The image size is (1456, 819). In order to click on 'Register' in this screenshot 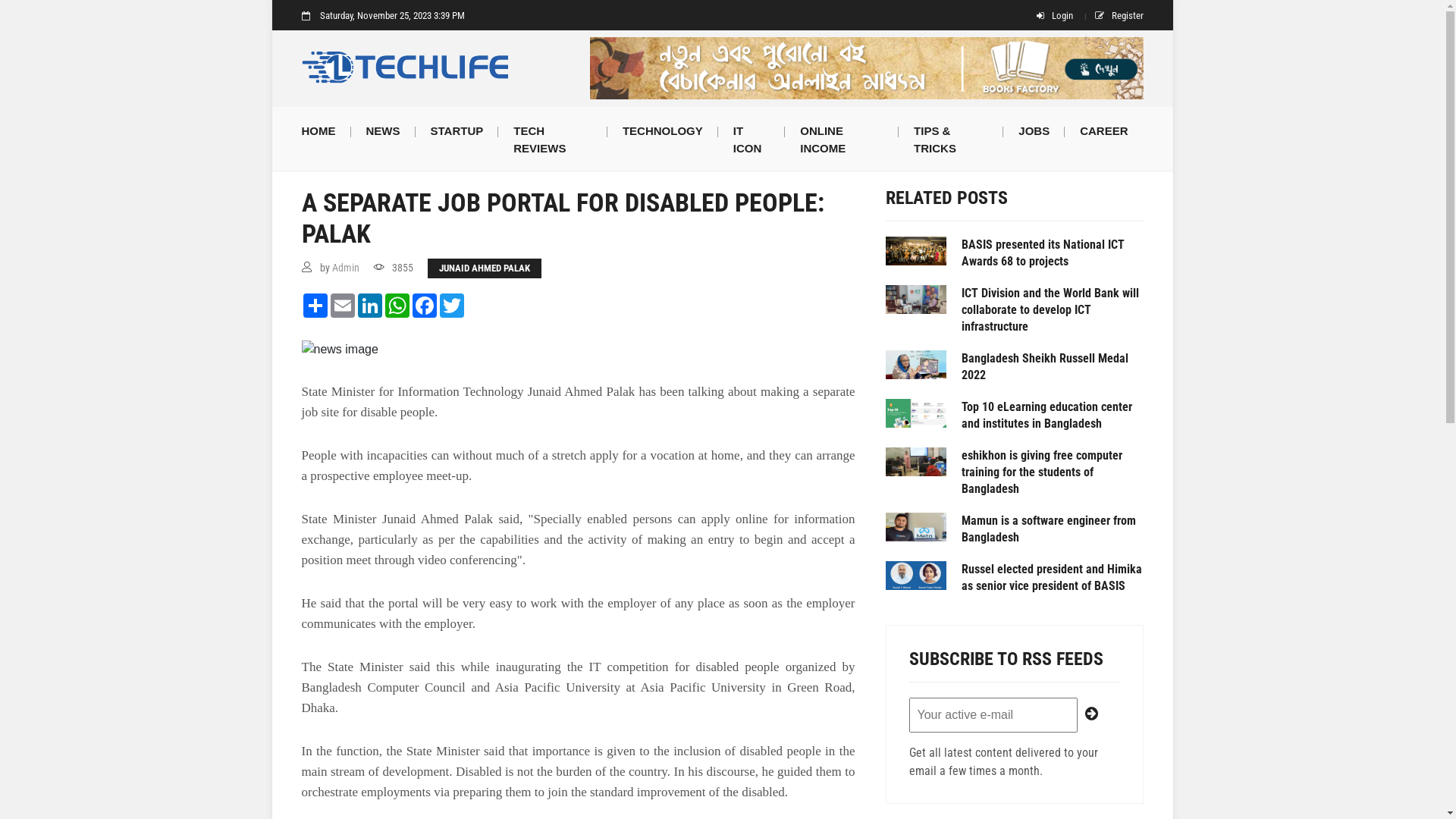, I will do `click(1119, 15)`.